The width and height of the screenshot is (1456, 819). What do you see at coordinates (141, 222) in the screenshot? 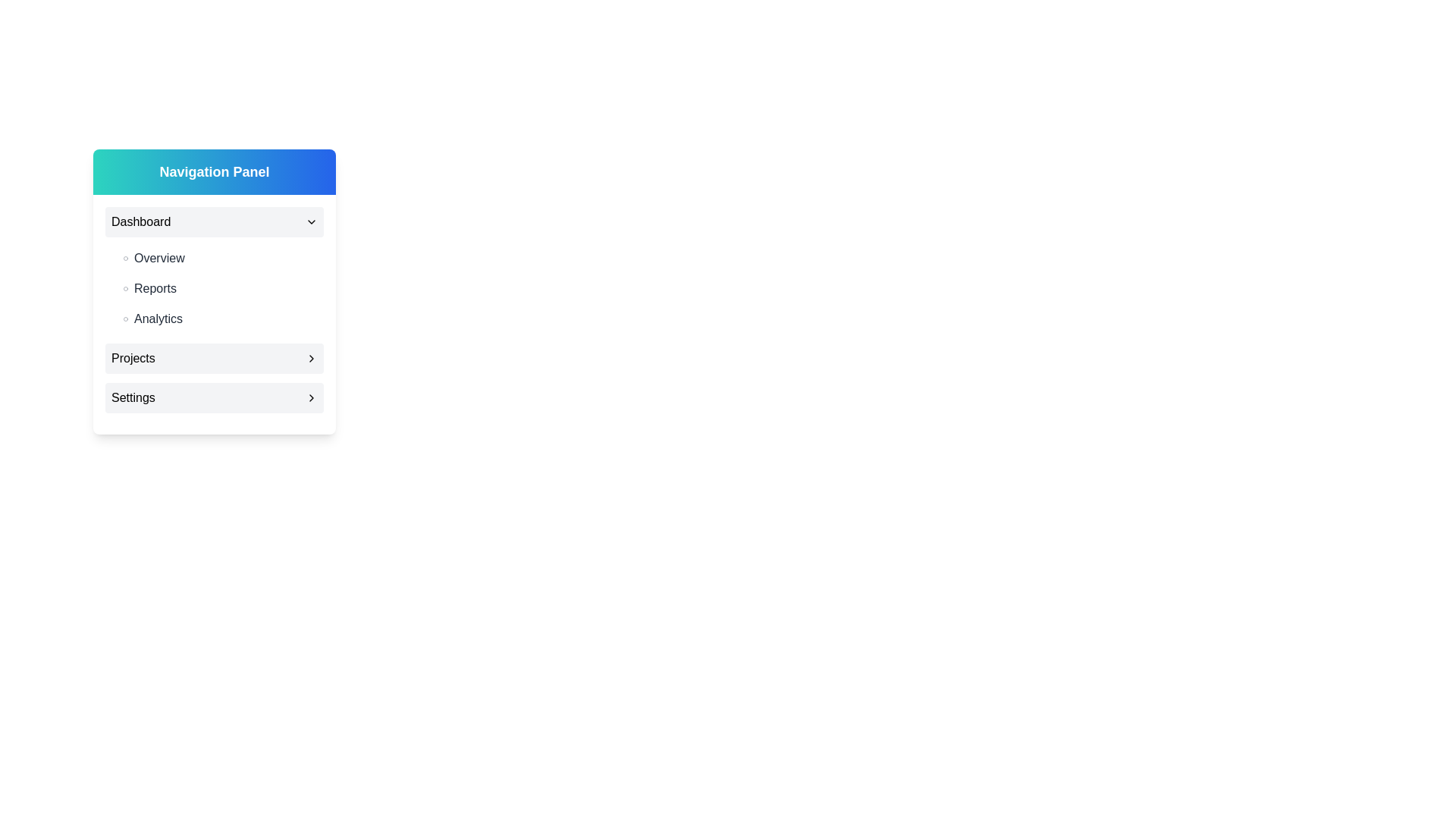
I see `the 'Dashboard' text label, which is dark gray on a light gray background and is the first item in the navigation menu` at bounding box center [141, 222].